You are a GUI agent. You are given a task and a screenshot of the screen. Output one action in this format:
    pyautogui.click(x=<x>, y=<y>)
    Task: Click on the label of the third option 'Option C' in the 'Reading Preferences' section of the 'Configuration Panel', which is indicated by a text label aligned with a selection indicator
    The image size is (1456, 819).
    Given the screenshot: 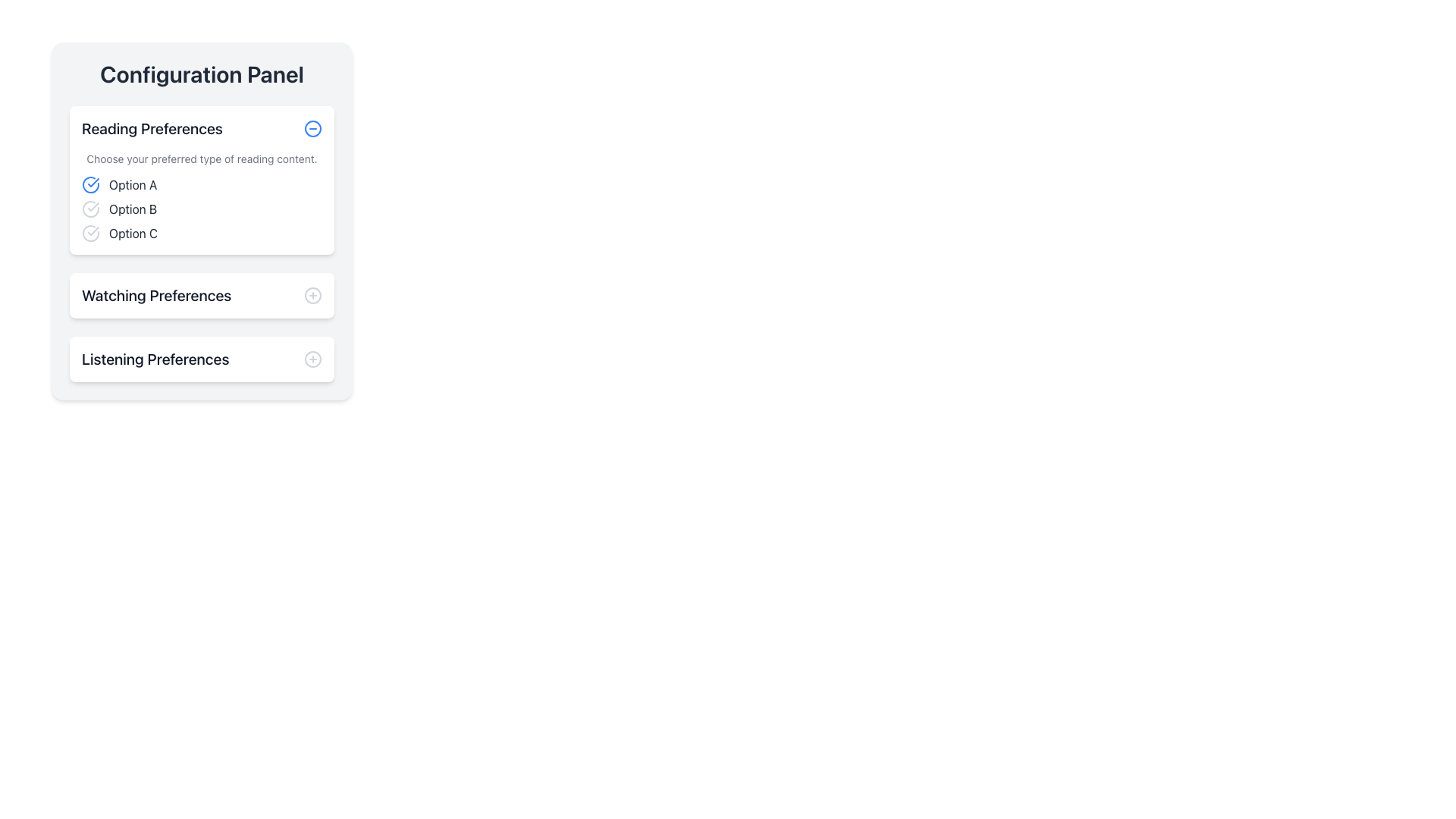 What is the action you would take?
    pyautogui.click(x=133, y=234)
    